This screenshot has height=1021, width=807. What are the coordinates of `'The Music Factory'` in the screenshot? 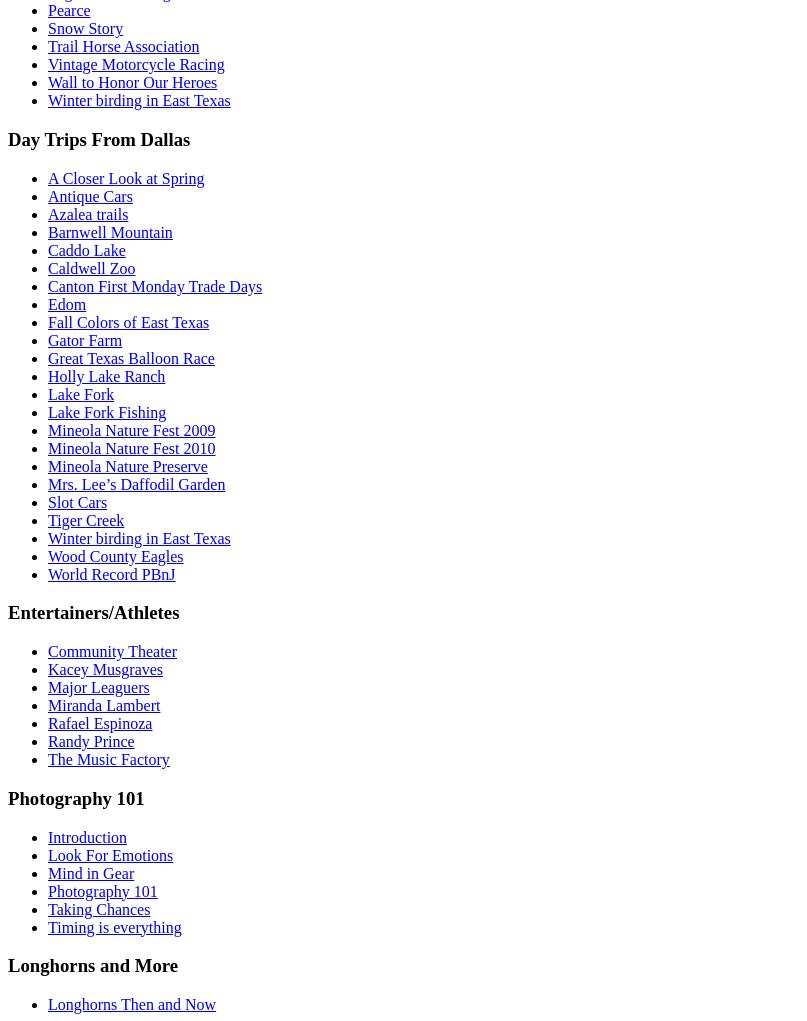 It's located at (48, 759).